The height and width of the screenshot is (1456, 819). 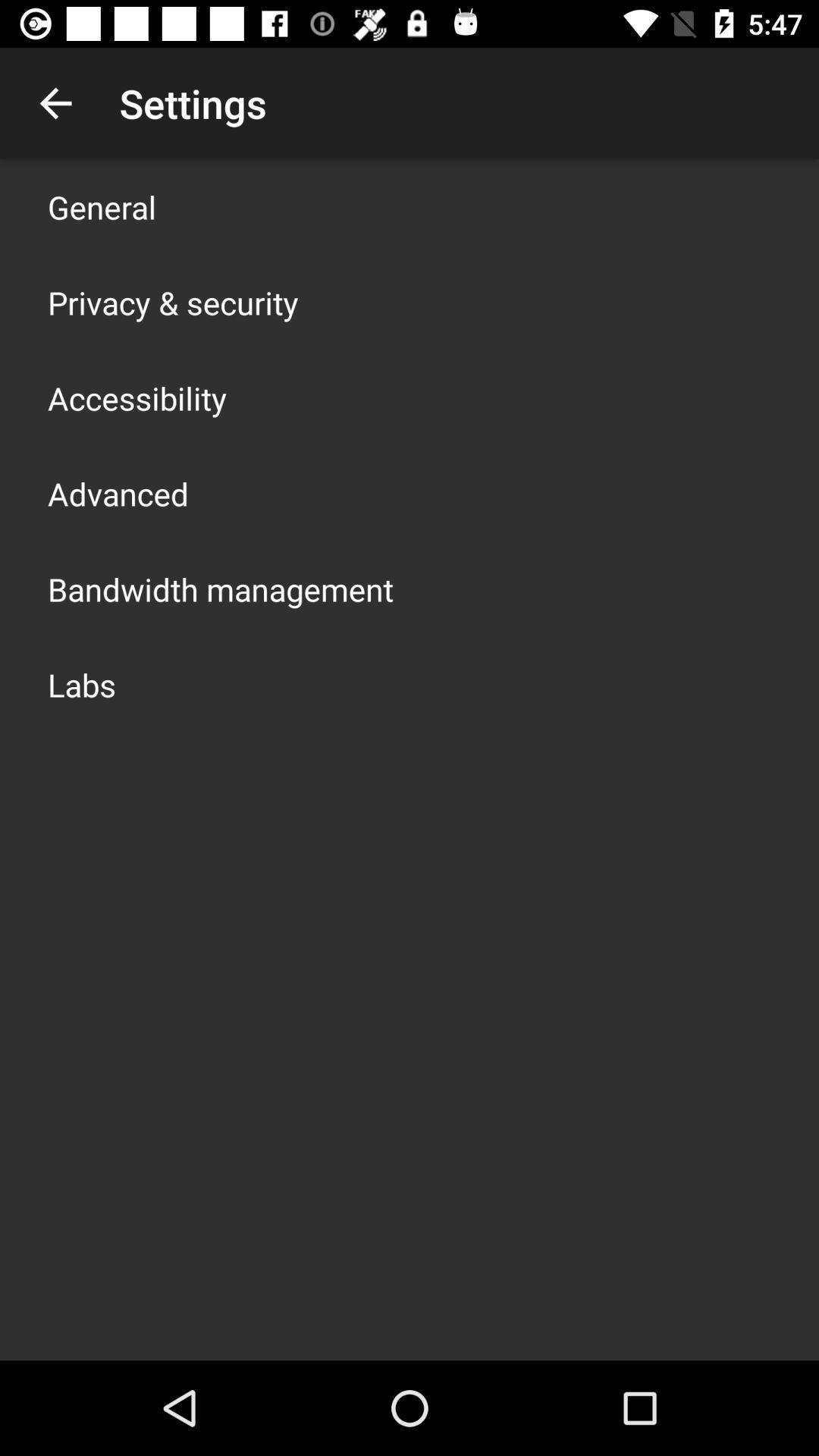 I want to click on the item above bandwidth management app, so click(x=117, y=494).